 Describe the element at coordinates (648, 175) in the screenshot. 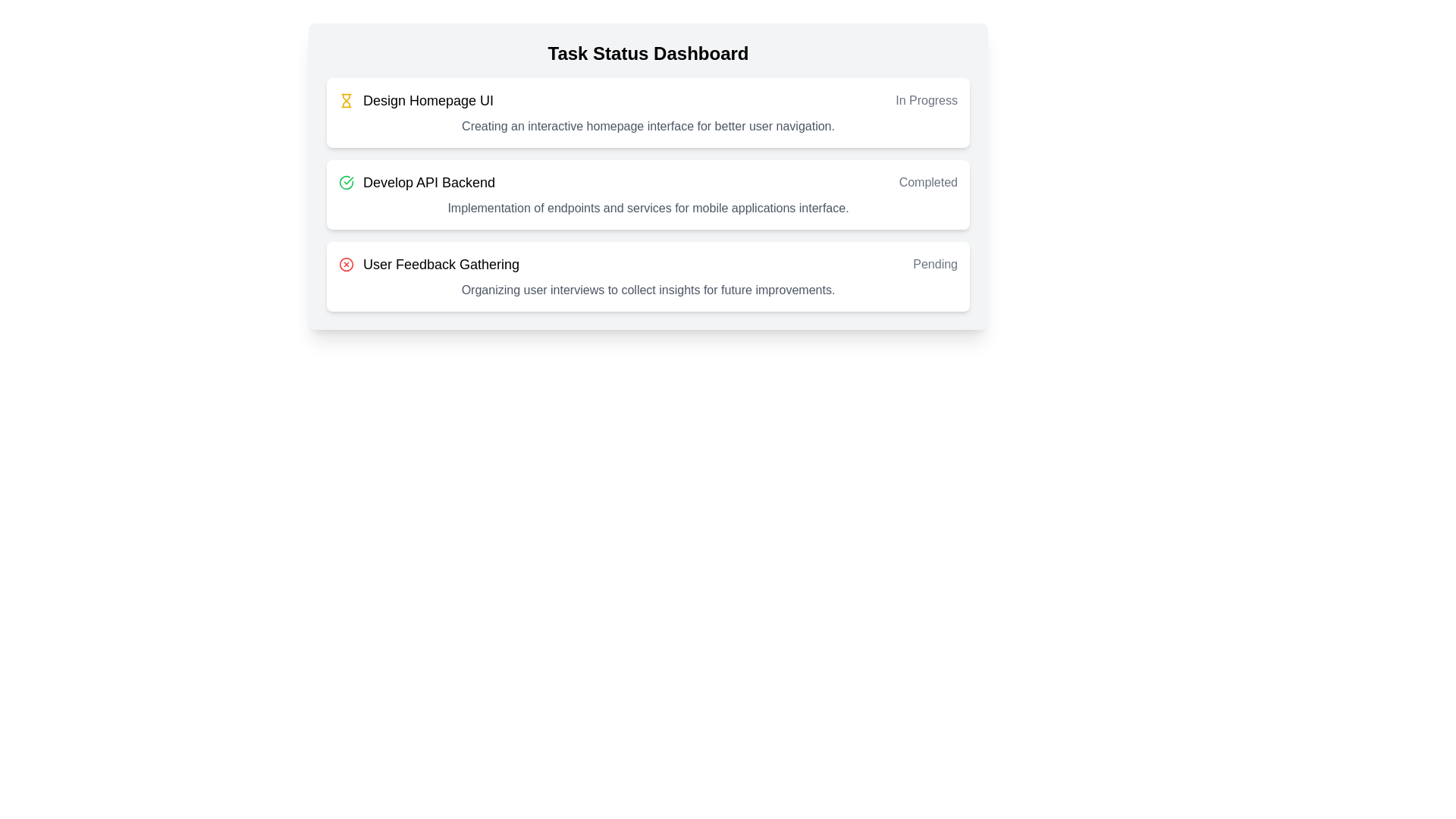

I see `the dashboard section that contains multiple information cards, providing an overview of three tasks with titles, statuses, and descriptions` at that location.